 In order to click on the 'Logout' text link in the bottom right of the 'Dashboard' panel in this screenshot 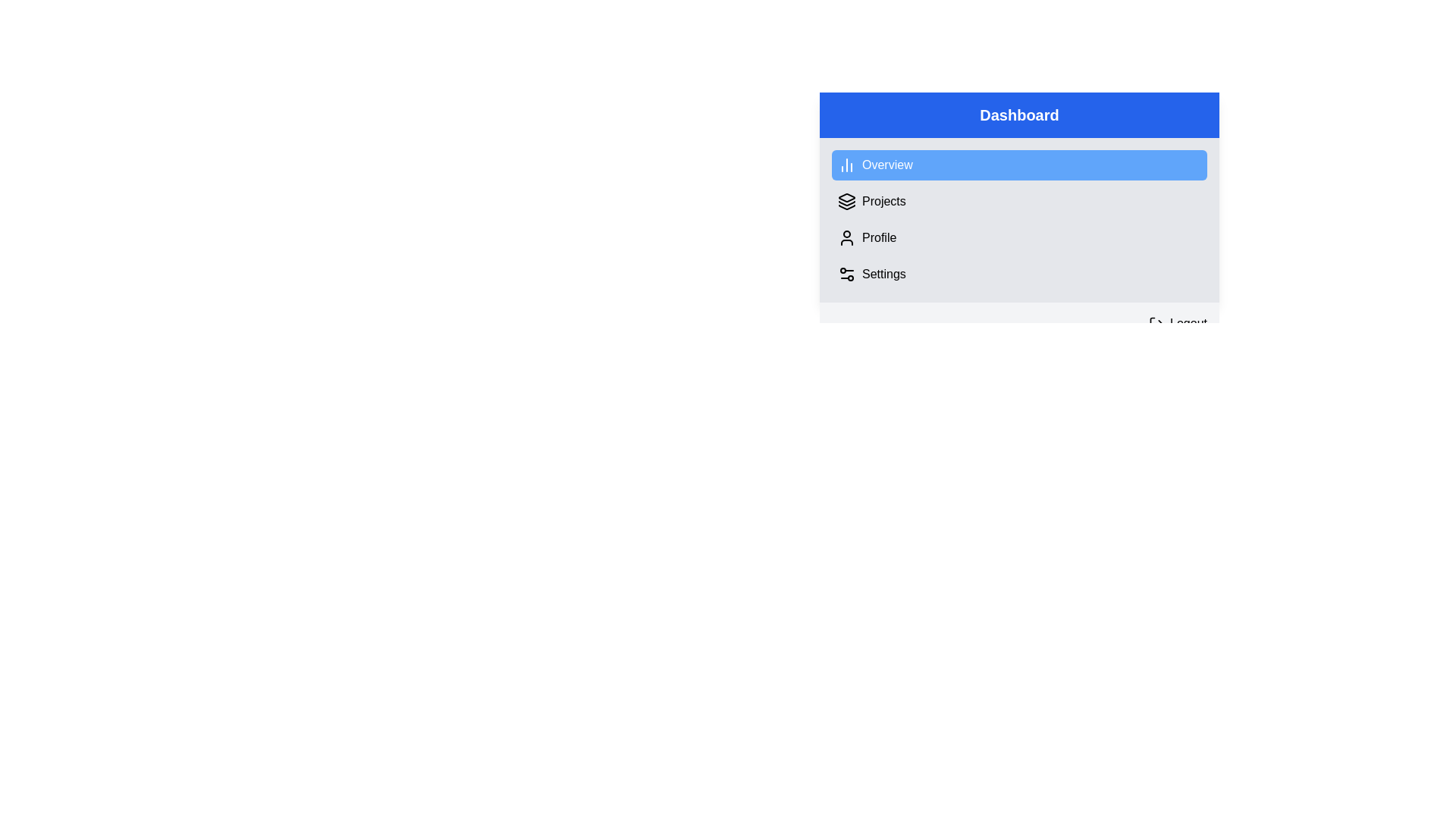, I will do `click(1188, 323)`.